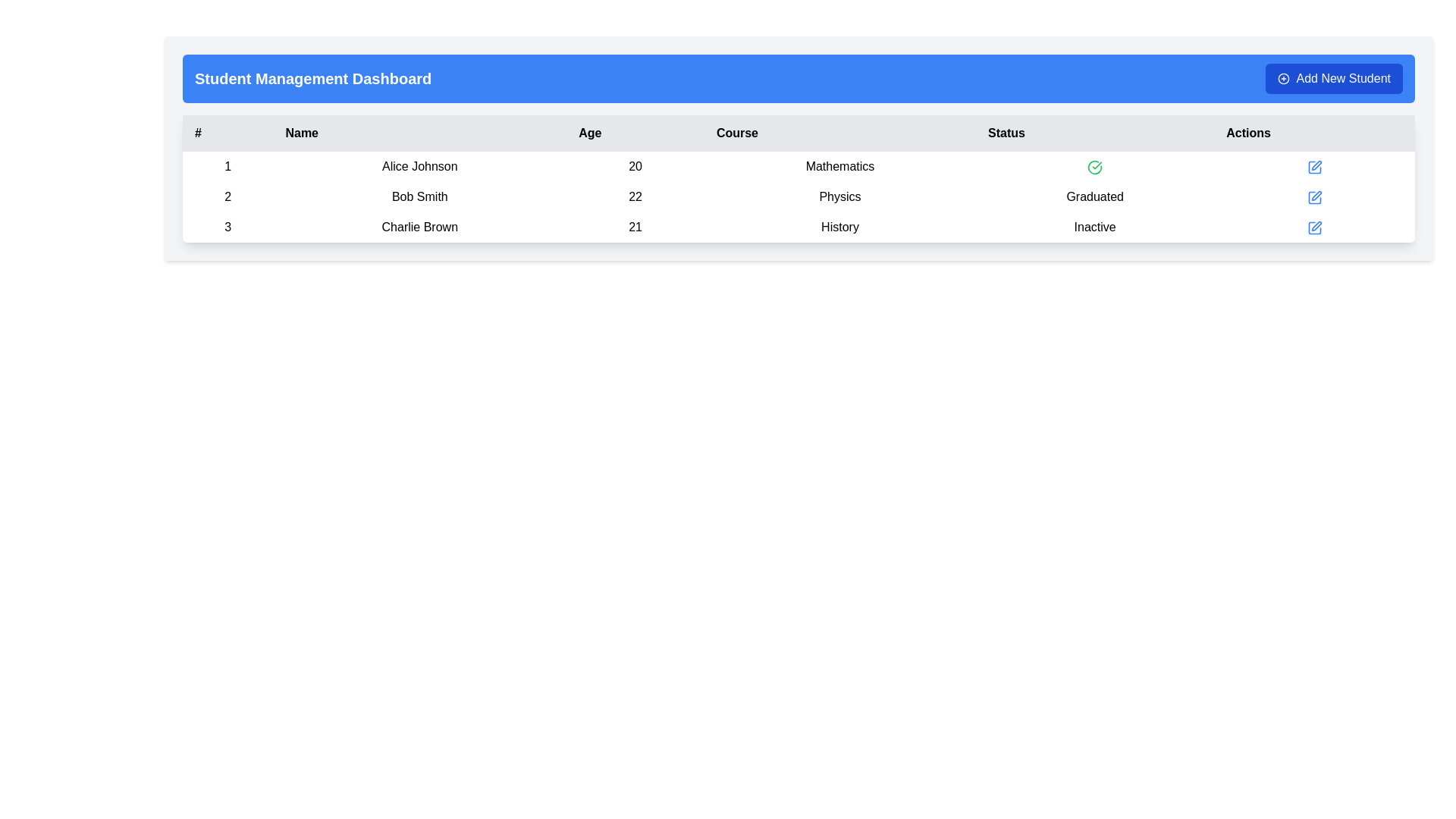 This screenshot has height=819, width=1456. Describe the element at coordinates (1095, 167) in the screenshot. I see `the circular checkmark icon with a green border located in the 'Status' column of the first row in the table` at that location.